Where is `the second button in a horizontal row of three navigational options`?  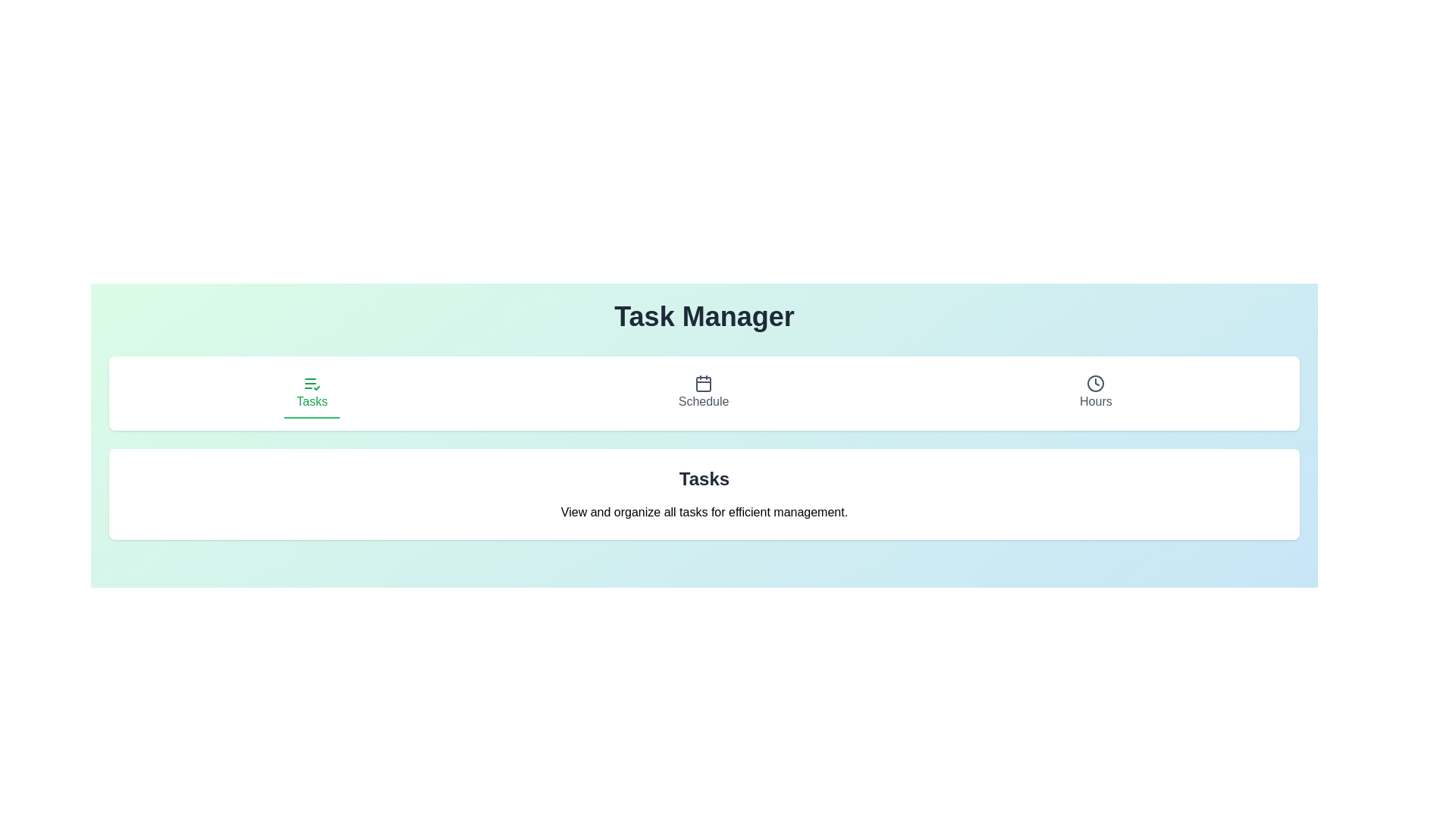
the second button in a horizontal row of three navigational options is located at coordinates (702, 393).